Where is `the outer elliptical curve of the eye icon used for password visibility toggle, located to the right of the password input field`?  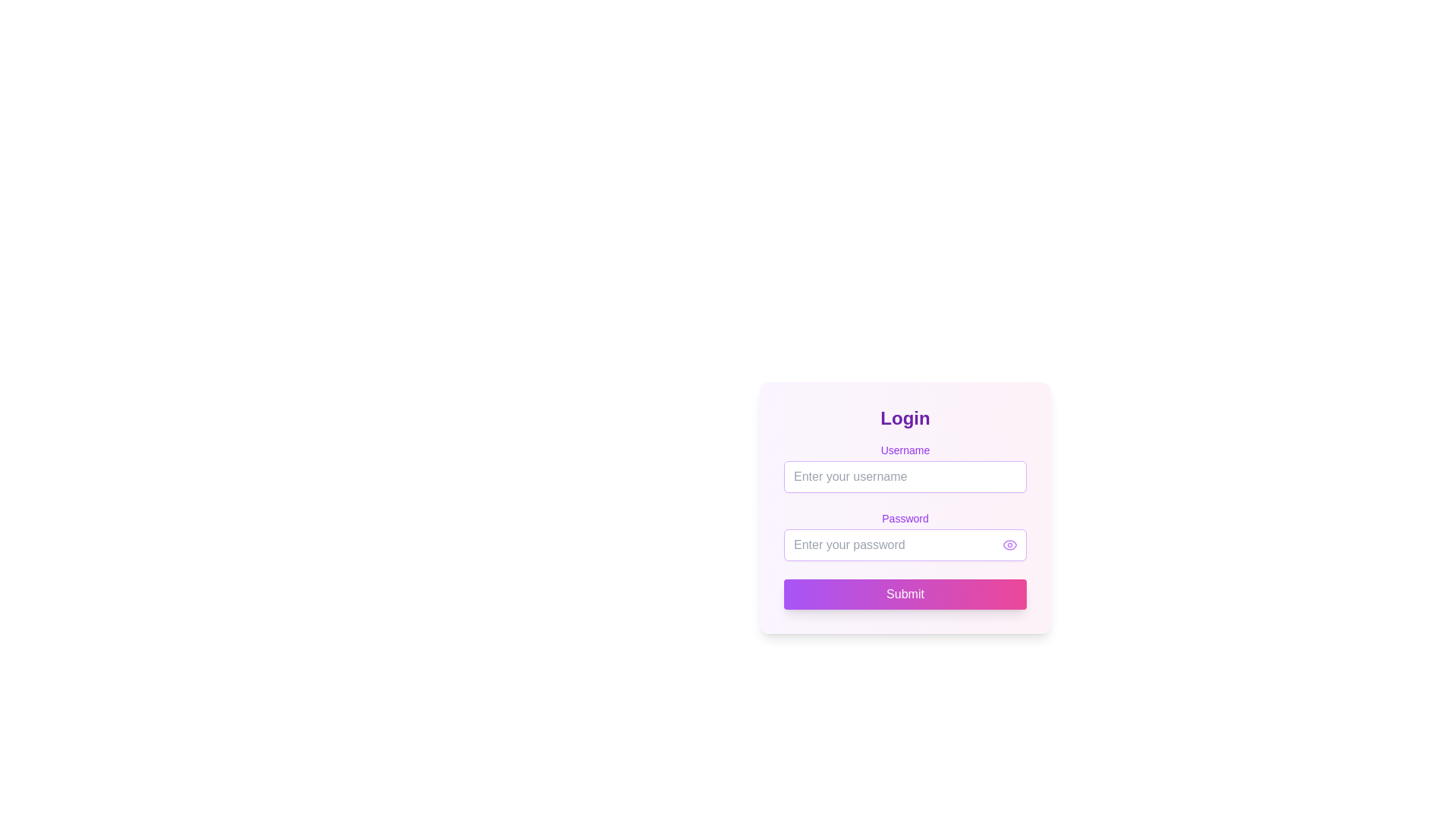 the outer elliptical curve of the eye icon used for password visibility toggle, located to the right of the password input field is located at coordinates (1009, 544).